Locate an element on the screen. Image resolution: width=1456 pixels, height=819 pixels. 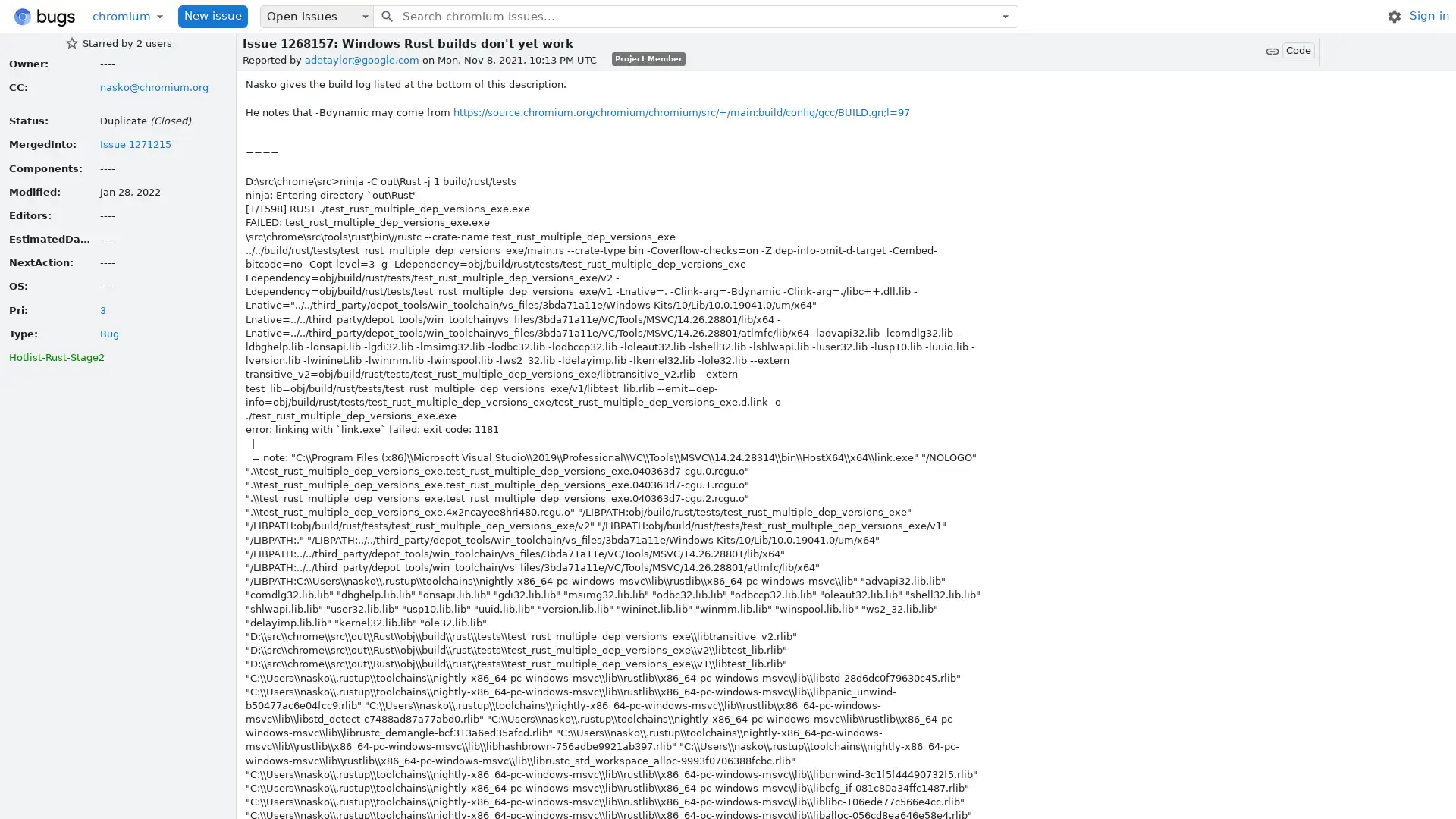
search is located at coordinates (386, 15).